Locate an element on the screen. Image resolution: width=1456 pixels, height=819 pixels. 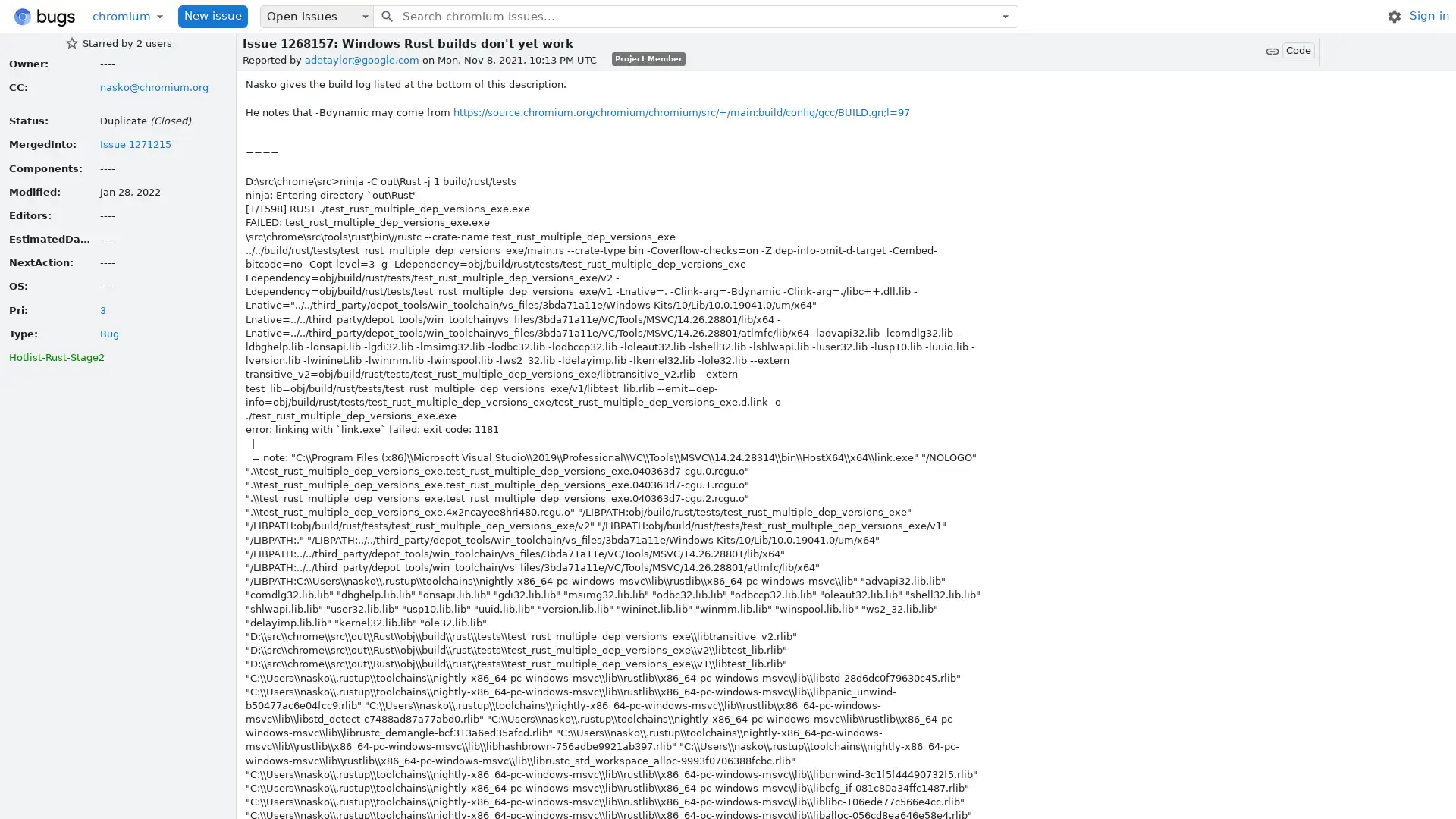
search is located at coordinates (386, 15).